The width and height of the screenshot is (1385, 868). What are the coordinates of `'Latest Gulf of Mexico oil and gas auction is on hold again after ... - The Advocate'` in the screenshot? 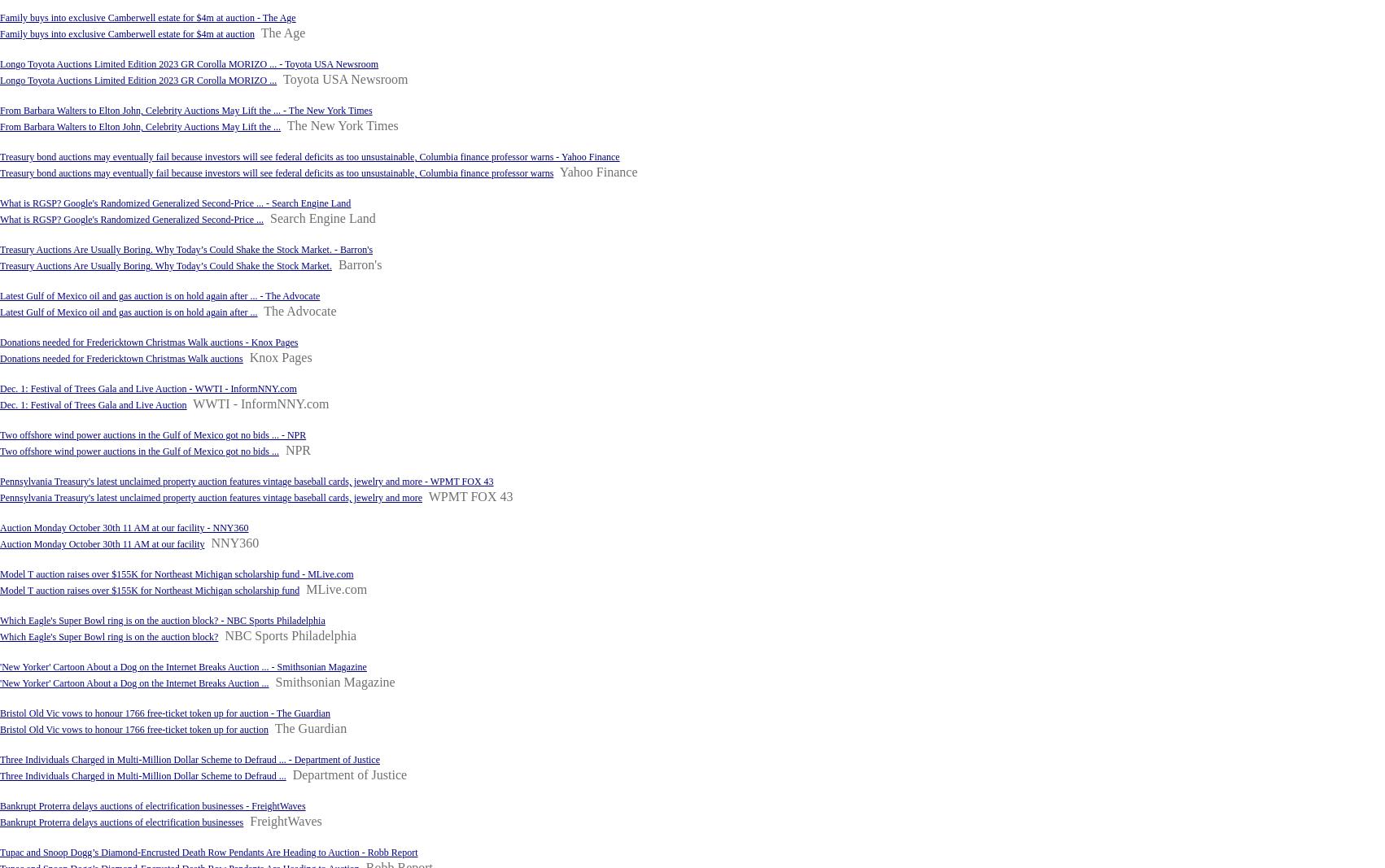 It's located at (159, 294).